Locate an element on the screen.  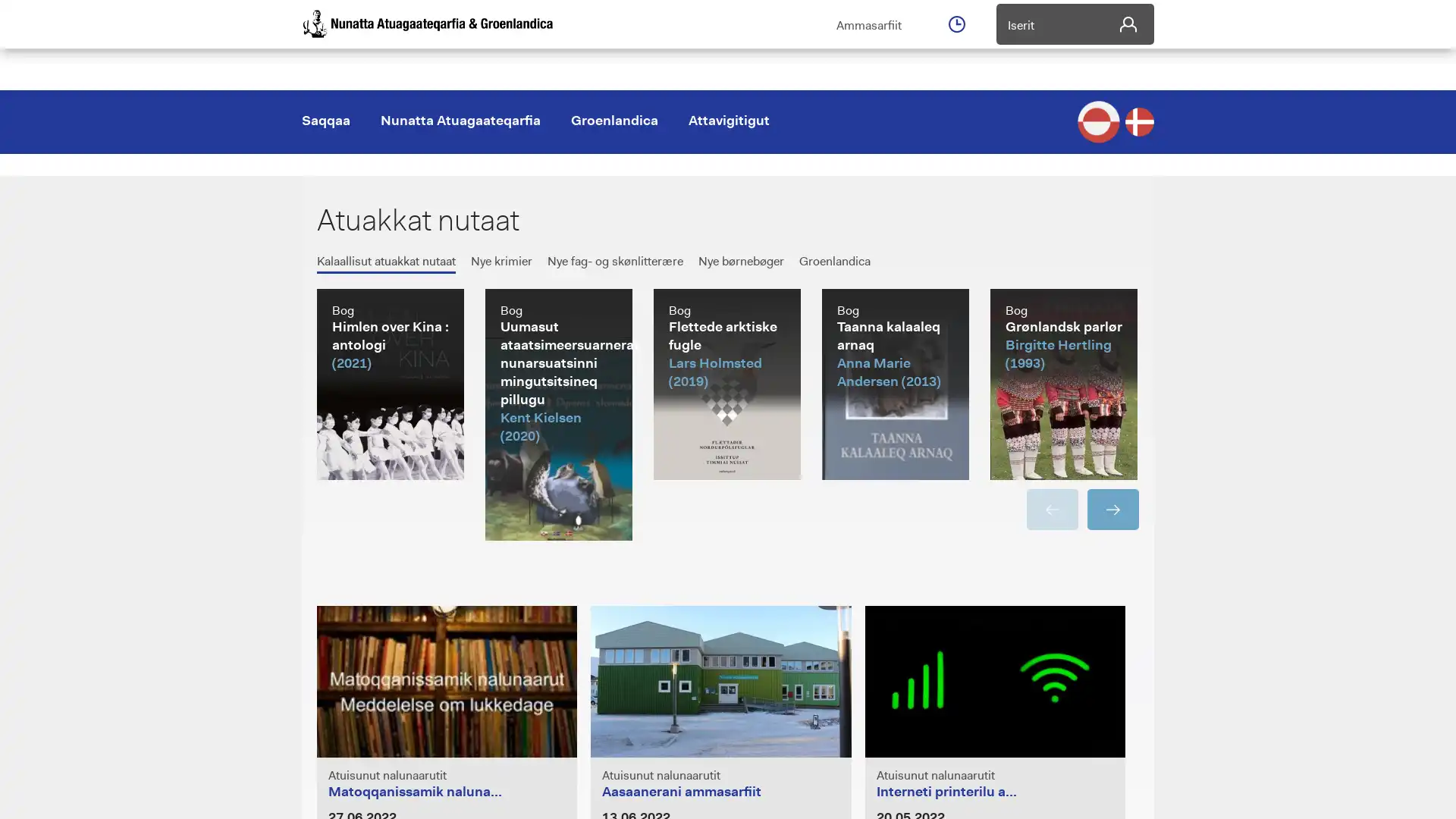
Ujaasigit is located at coordinates (1128, 143).